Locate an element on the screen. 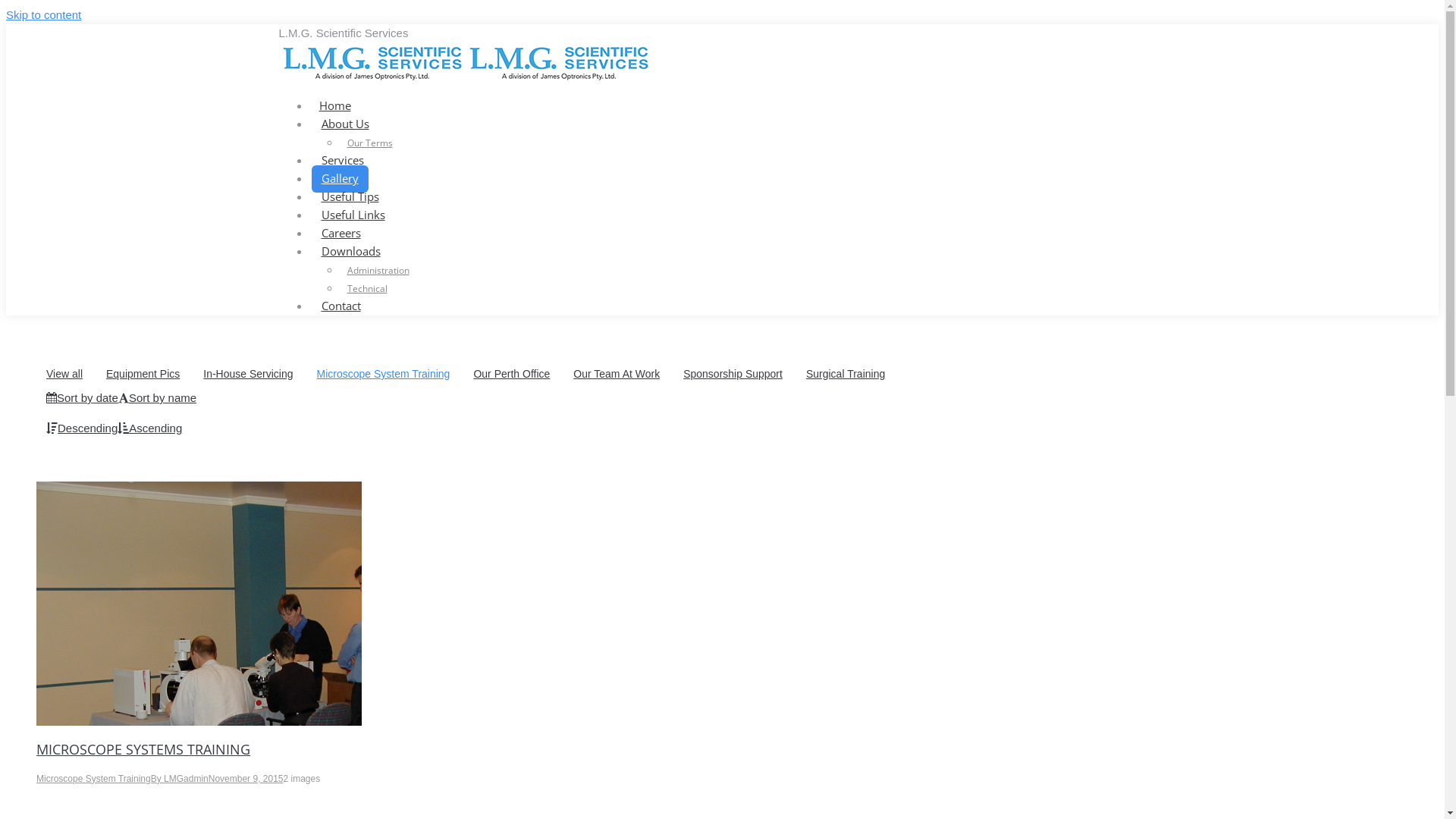 The image size is (1456, 819). 'Useful Links' is located at coordinates (352, 215).